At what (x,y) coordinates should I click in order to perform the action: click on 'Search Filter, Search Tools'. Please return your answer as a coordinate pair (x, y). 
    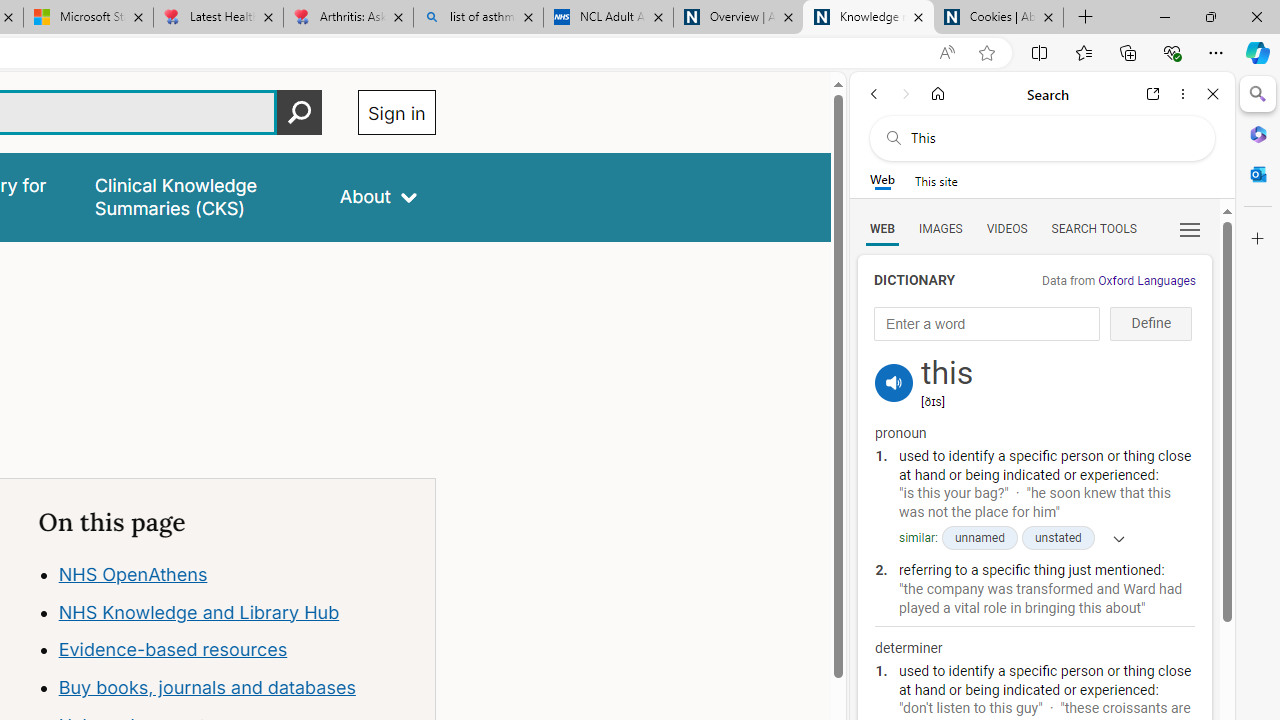
    Looking at the image, I should click on (1092, 227).